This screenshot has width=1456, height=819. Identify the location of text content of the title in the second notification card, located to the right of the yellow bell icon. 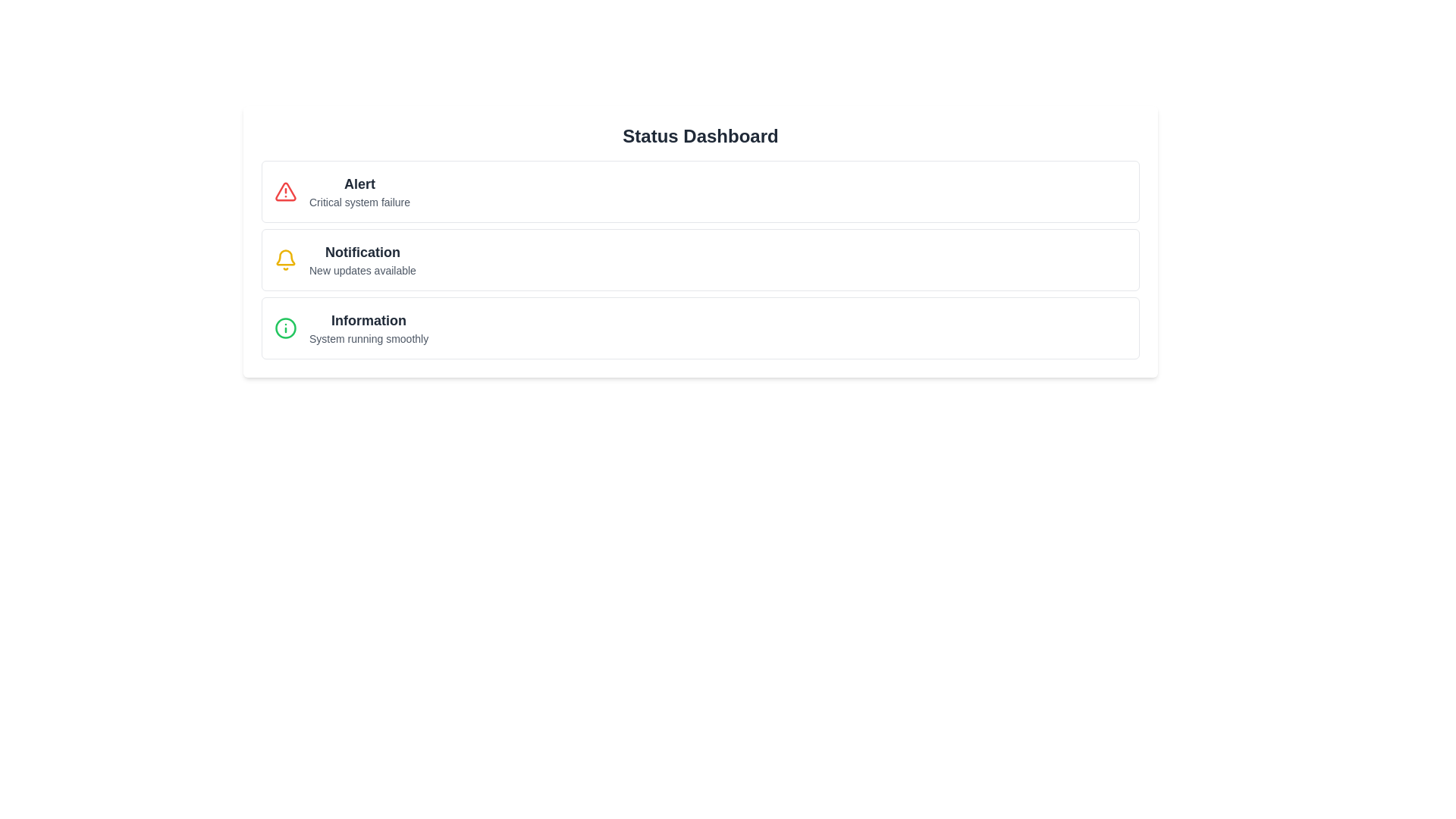
(362, 251).